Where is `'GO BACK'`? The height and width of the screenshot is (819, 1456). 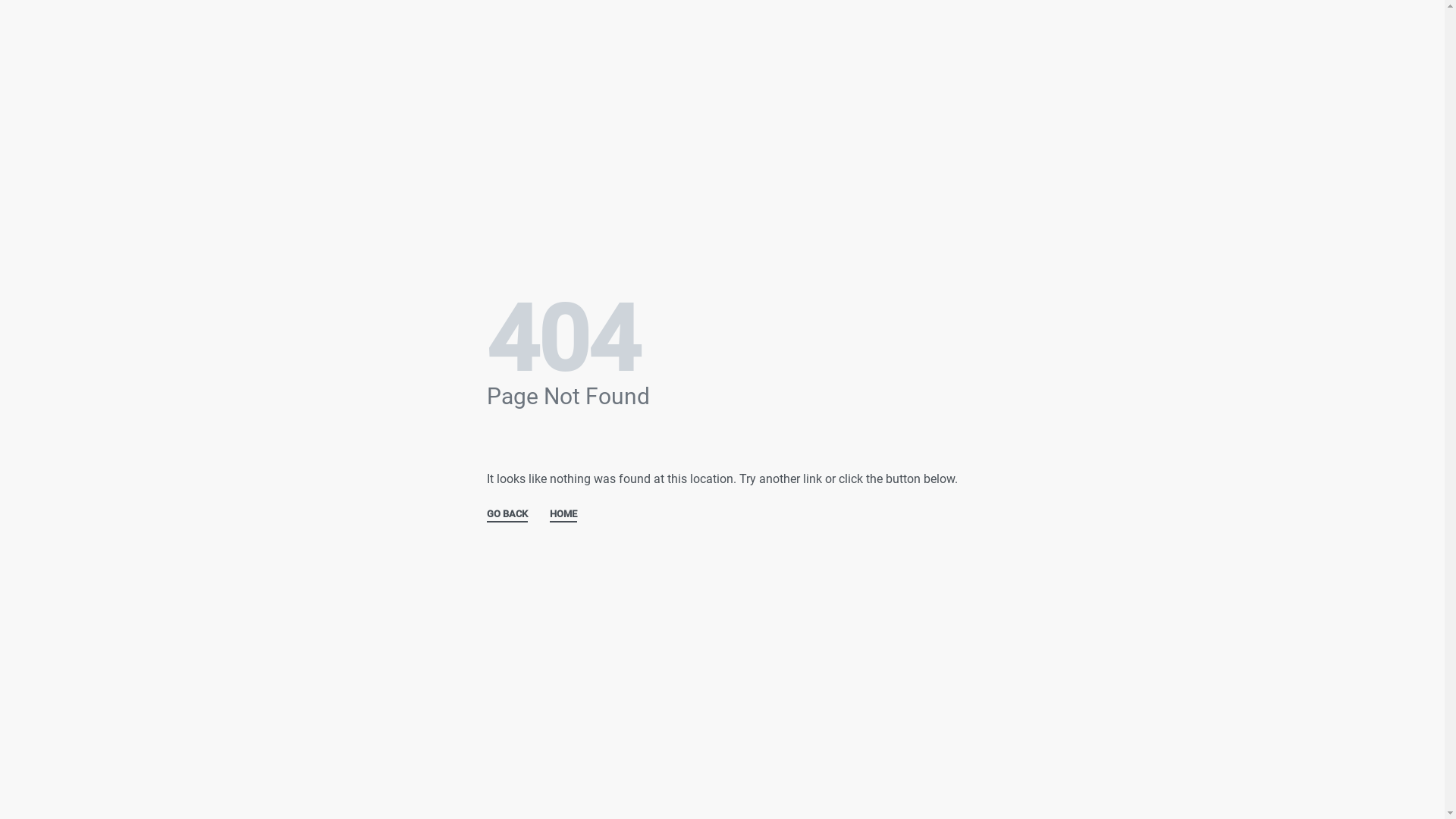 'GO BACK' is located at coordinates (507, 514).